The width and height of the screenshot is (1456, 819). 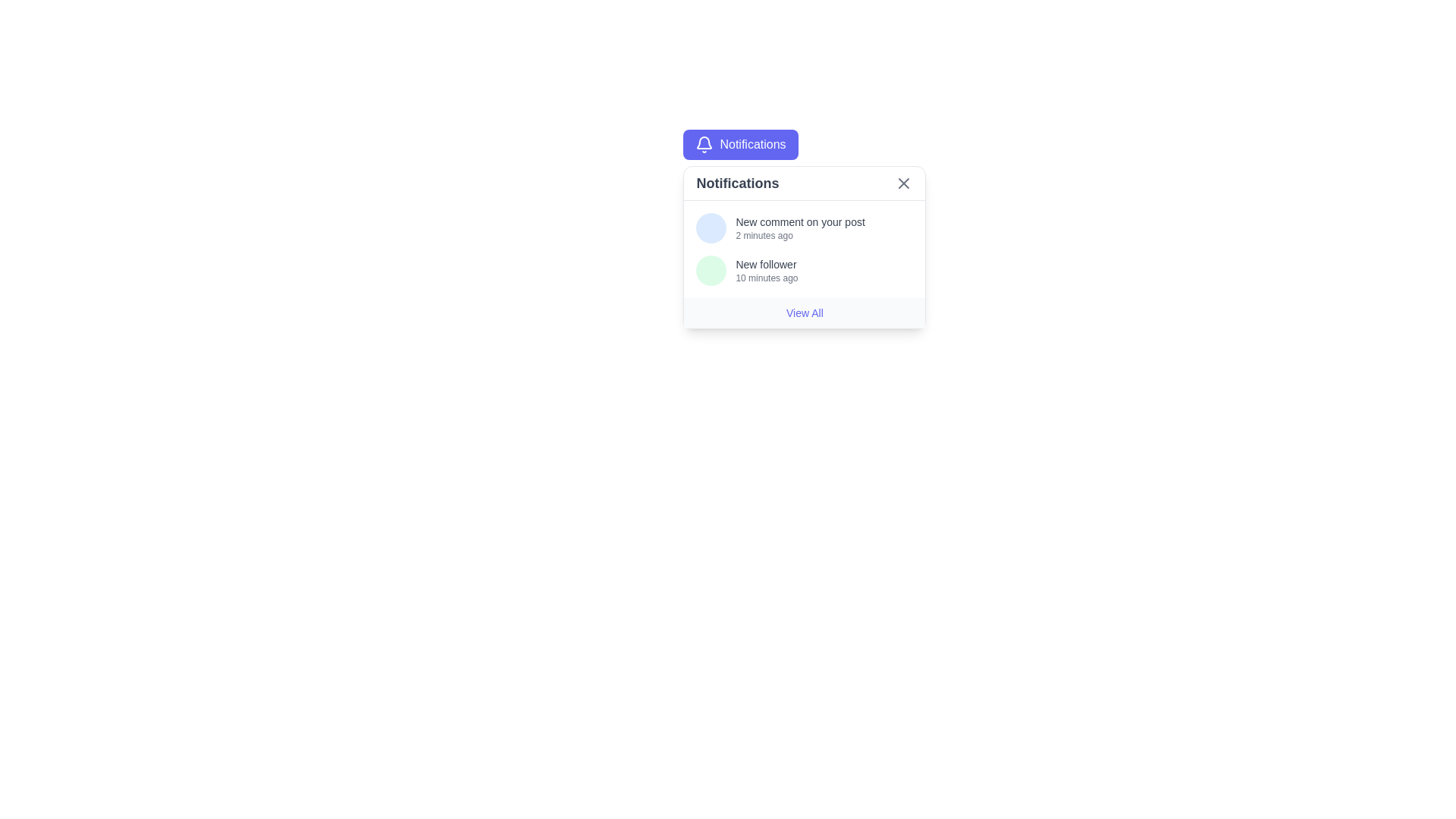 What do you see at coordinates (804, 312) in the screenshot?
I see `the 'View All' text link, which is indigo-colored and located at the bottom of the notification dropdown, to activate its hover effects` at bounding box center [804, 312].